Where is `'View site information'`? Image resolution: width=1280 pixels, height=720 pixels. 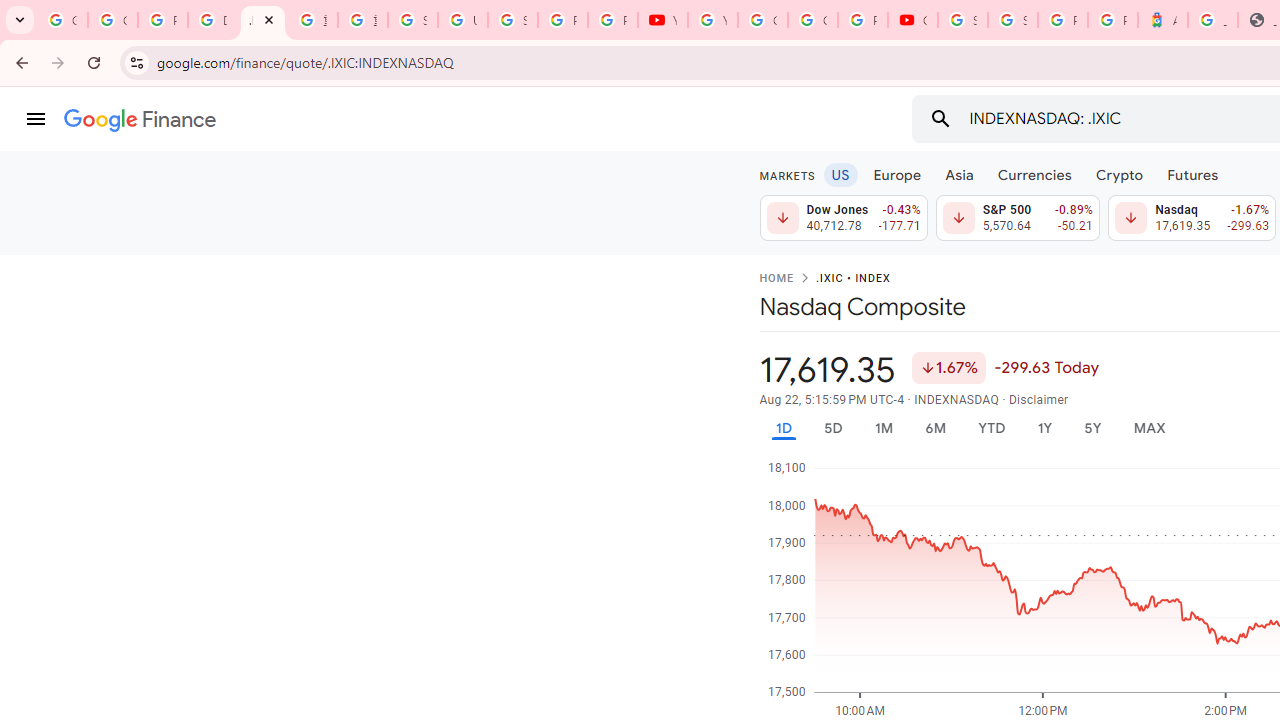
'View site information' is located at coordinates (135, 61).